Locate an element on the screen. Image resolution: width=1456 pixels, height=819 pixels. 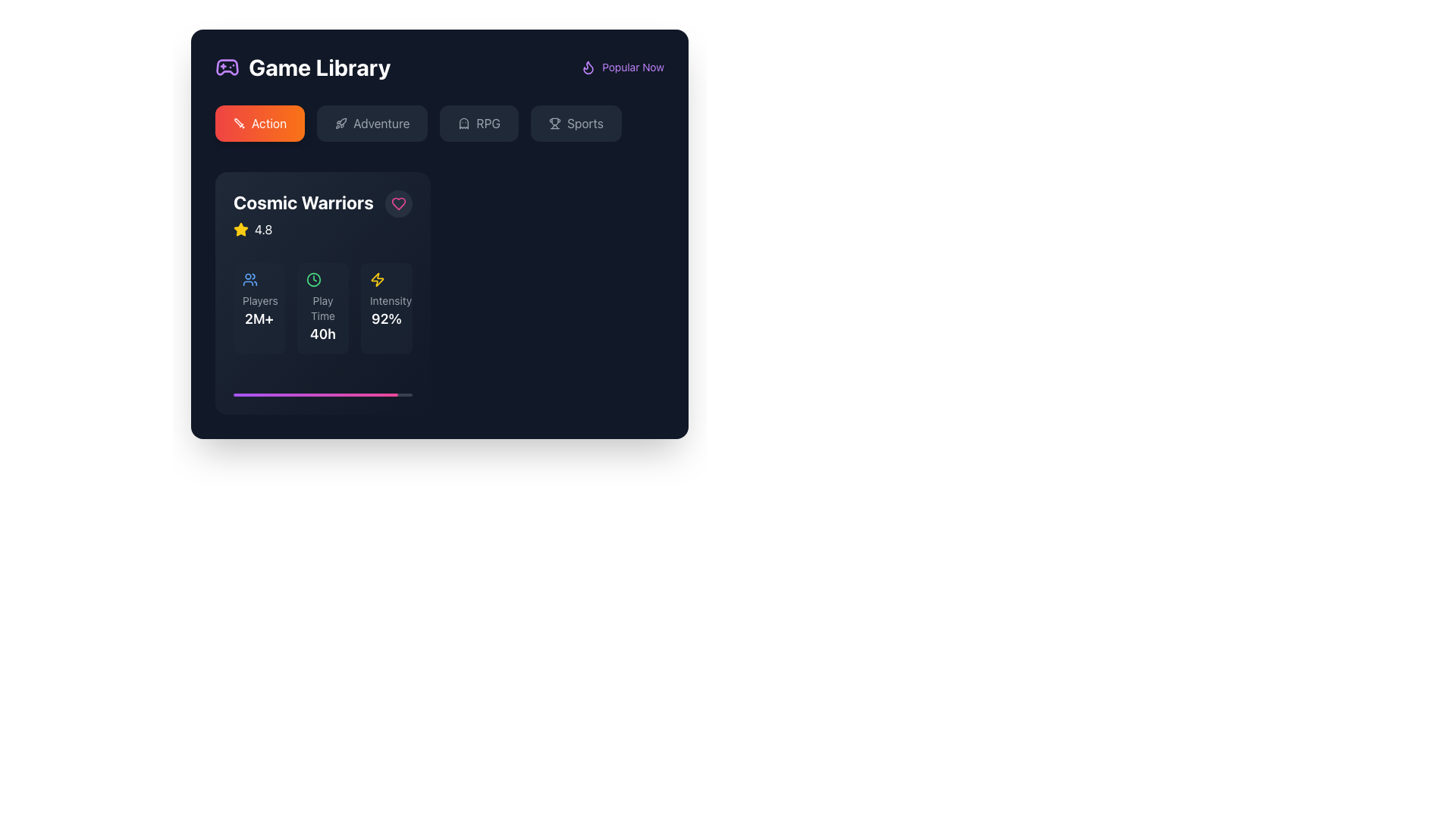
the 'Sports' category icon located in the top right of the category options, adjacent to 'RPG' and 'Adventure' is located at coordinates (554, 122).